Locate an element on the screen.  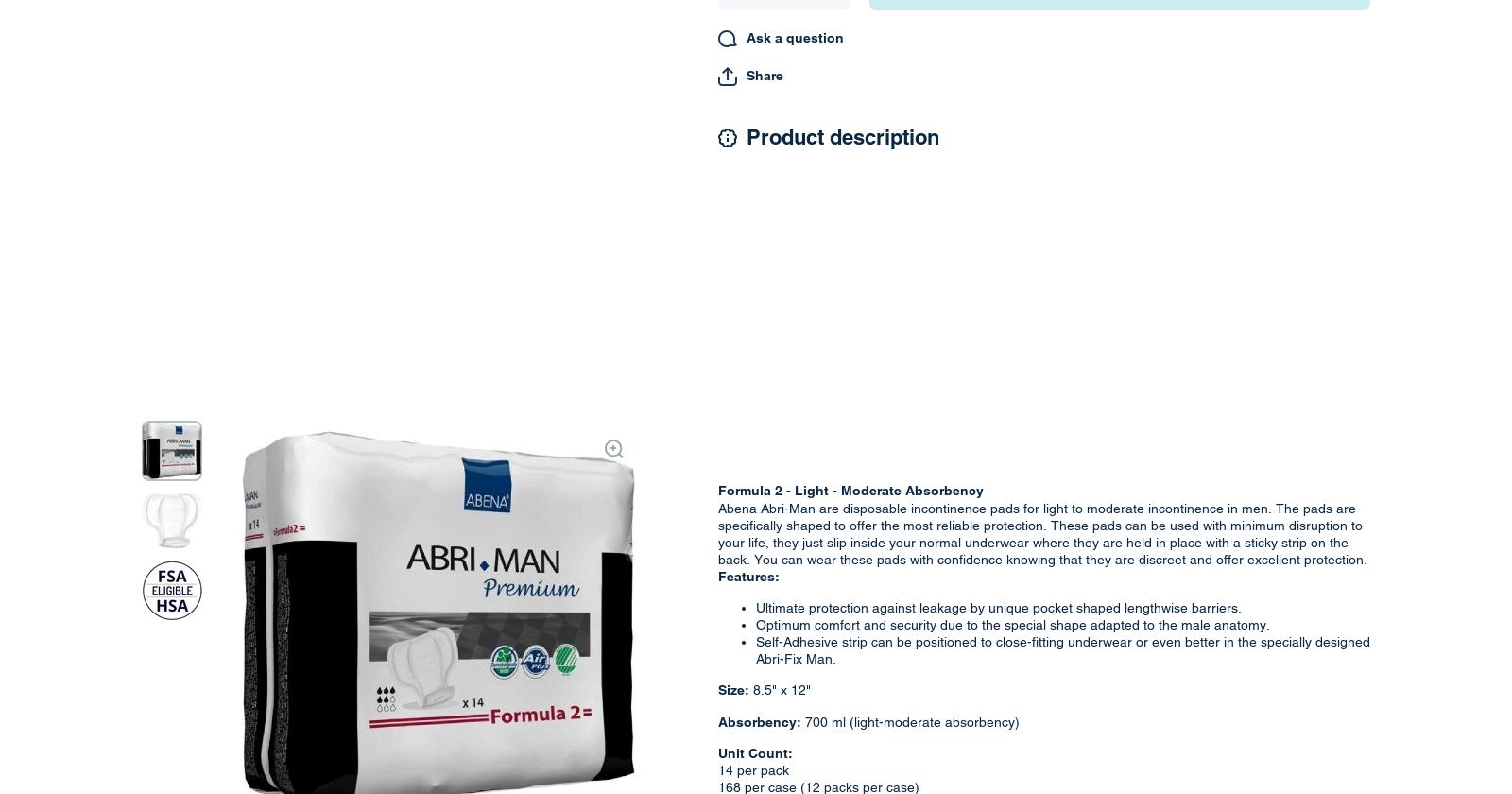
'$11.99' is located at coordinates (626, 95).